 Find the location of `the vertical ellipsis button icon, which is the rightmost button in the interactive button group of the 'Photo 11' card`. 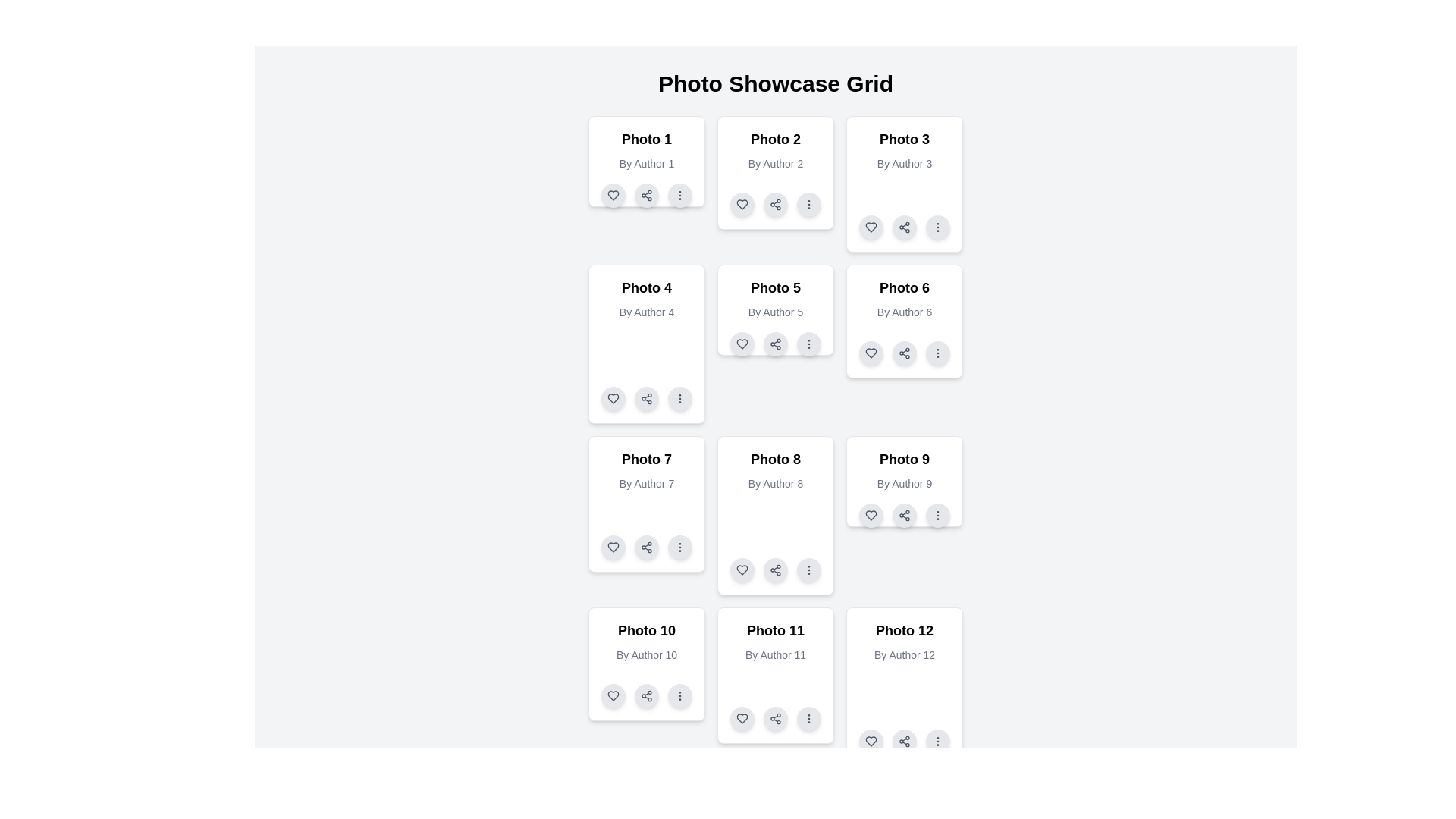

the vertical ellipsis button icon, which is the rightmost button in the interactive button group of the 'Photo 11' card is located at coordinates (808, 718).